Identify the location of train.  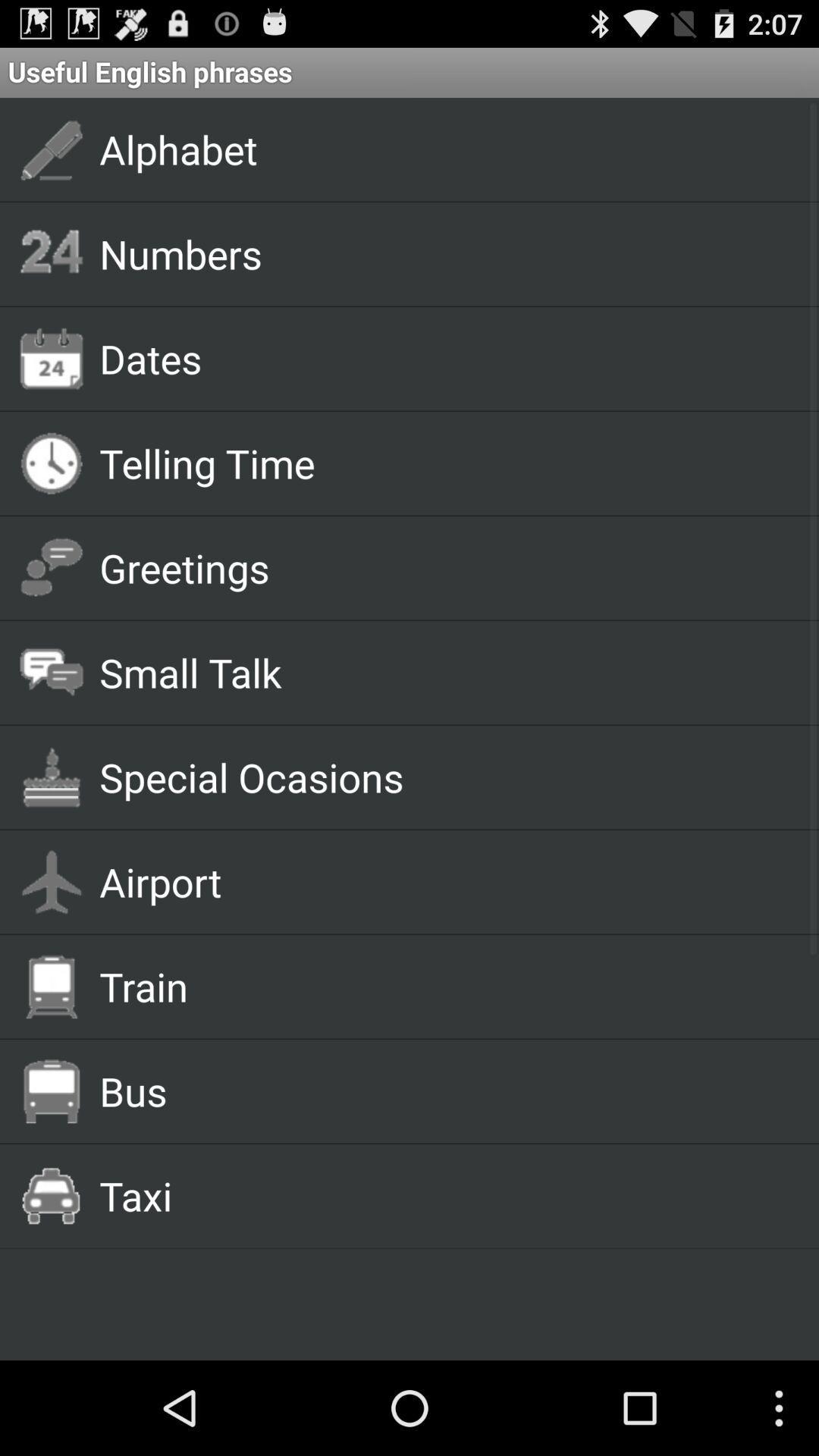
(441, 986).